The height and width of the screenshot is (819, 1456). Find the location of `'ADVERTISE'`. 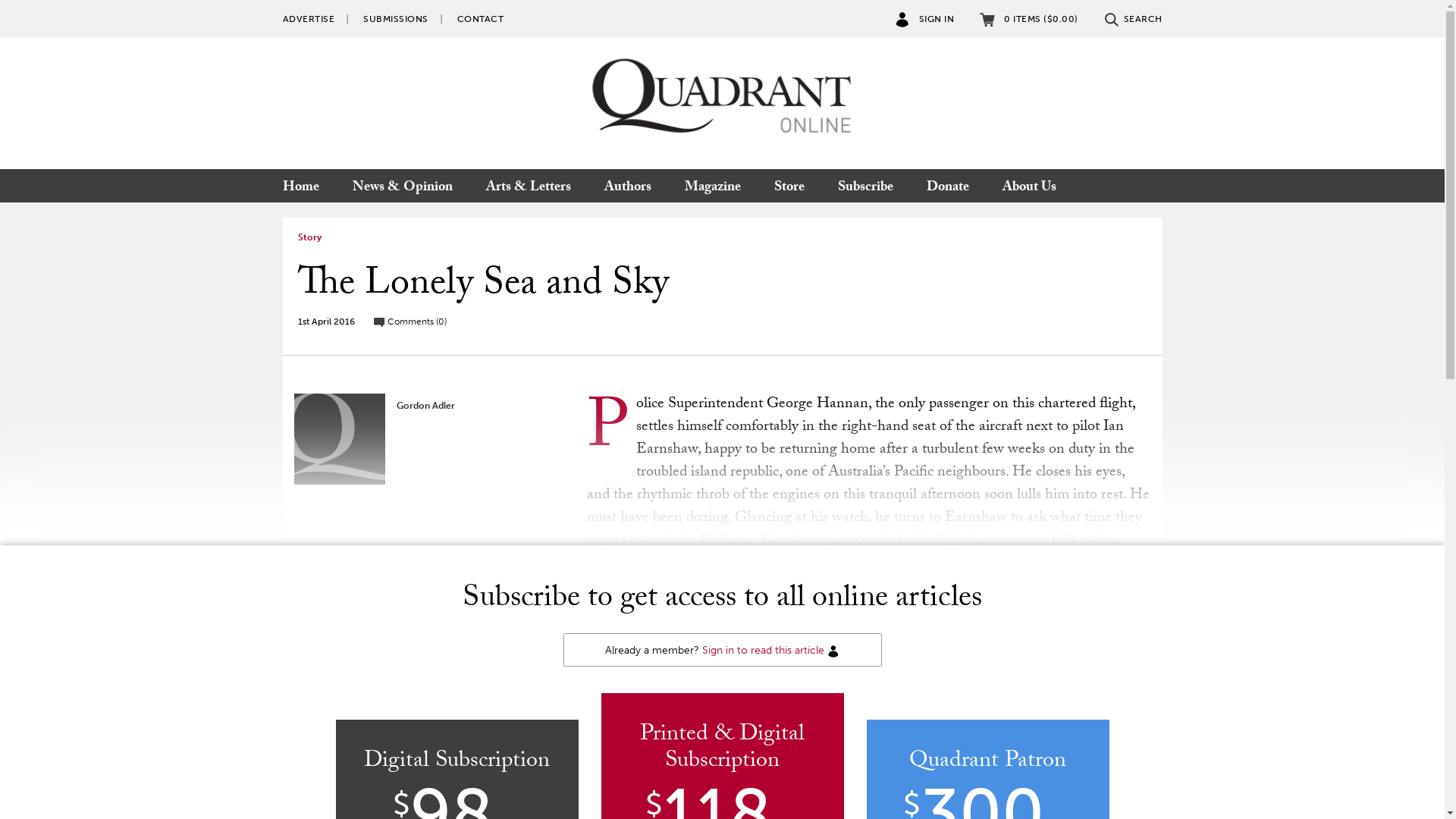

'ADVERTISE' is located at coordinates (307, 18).